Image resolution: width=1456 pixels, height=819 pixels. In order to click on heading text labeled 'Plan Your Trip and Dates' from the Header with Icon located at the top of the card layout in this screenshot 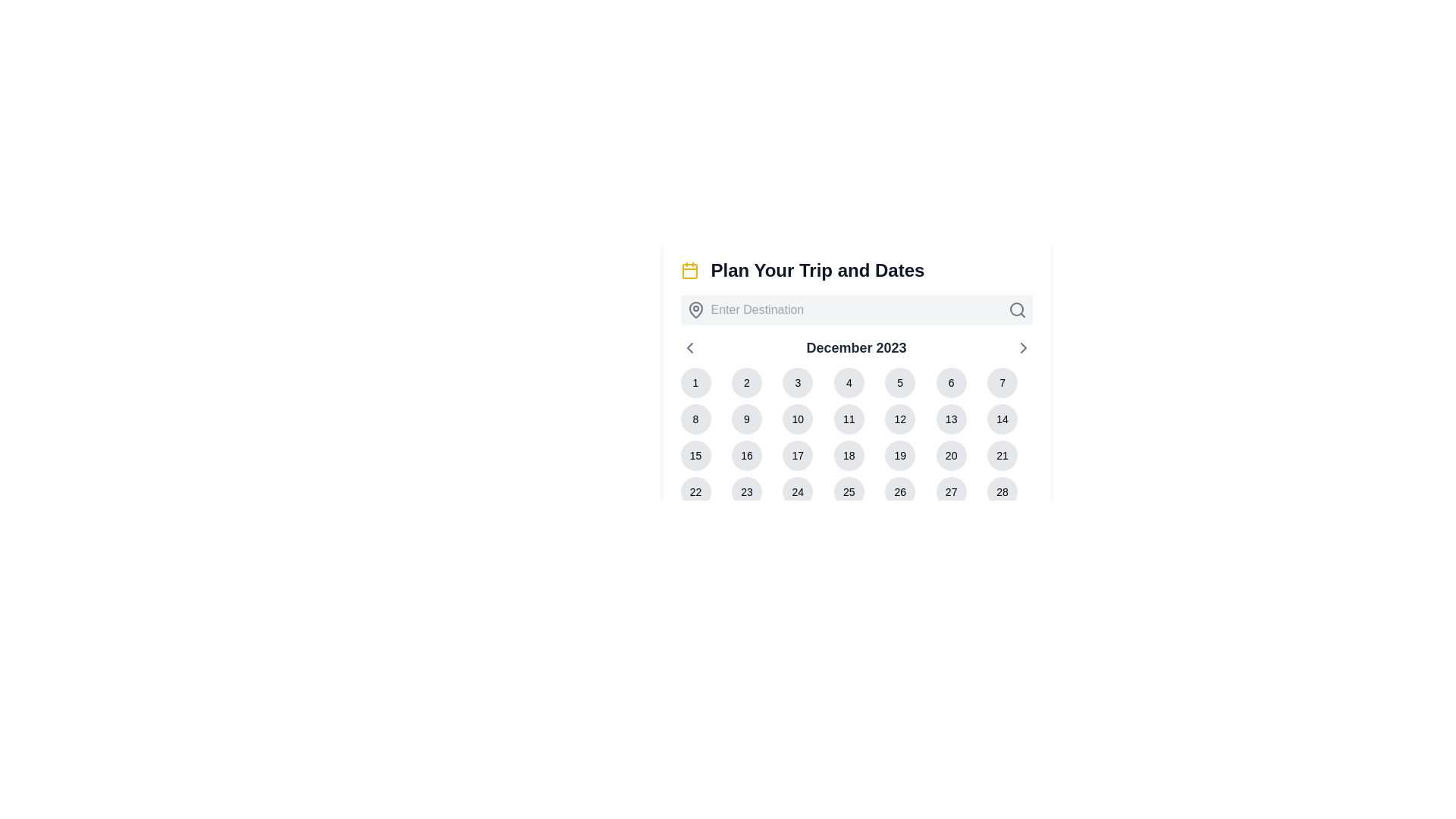, I will do `click(856, 270)`.